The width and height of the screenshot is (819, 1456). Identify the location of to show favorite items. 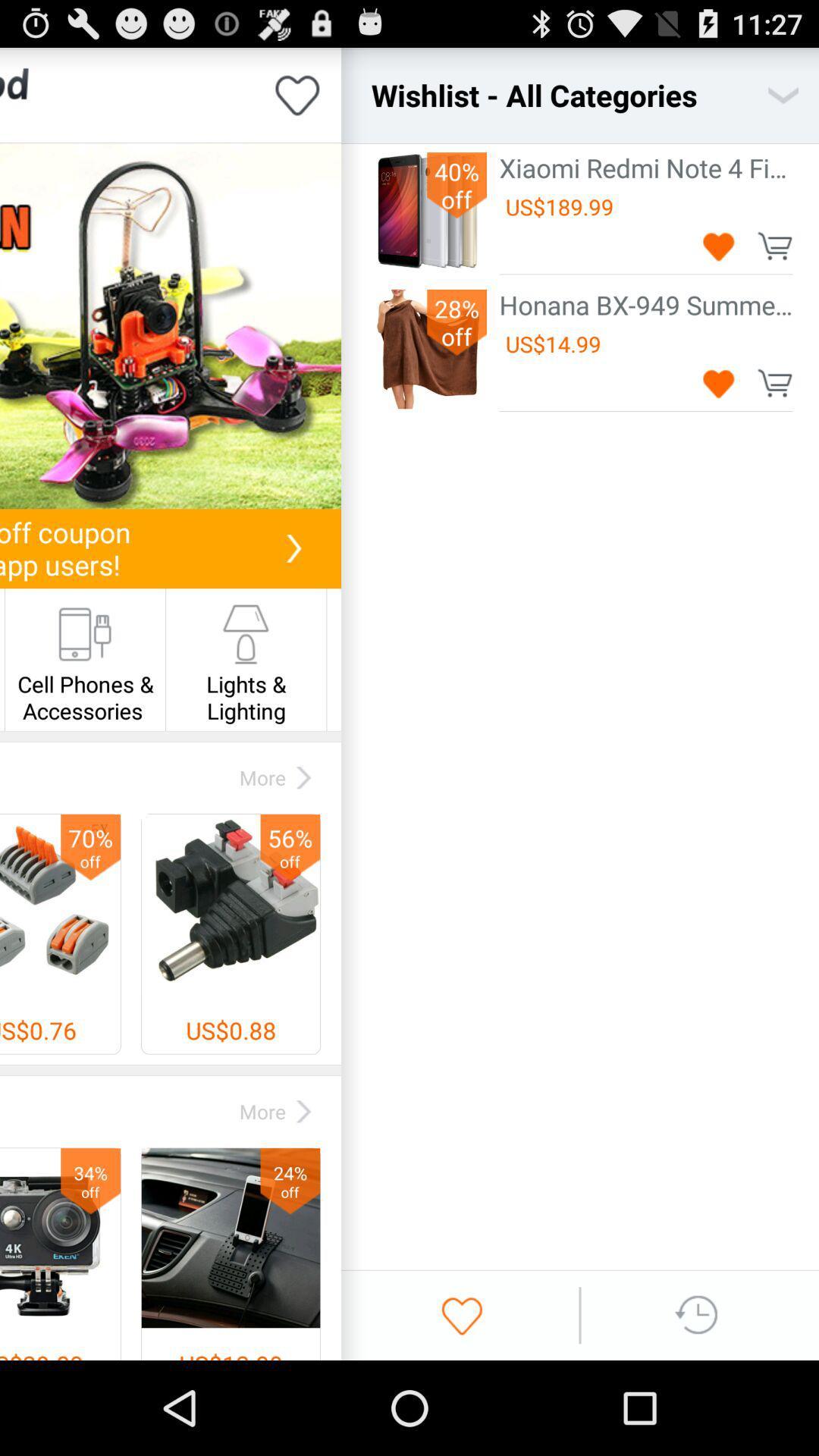
(461, 1314).